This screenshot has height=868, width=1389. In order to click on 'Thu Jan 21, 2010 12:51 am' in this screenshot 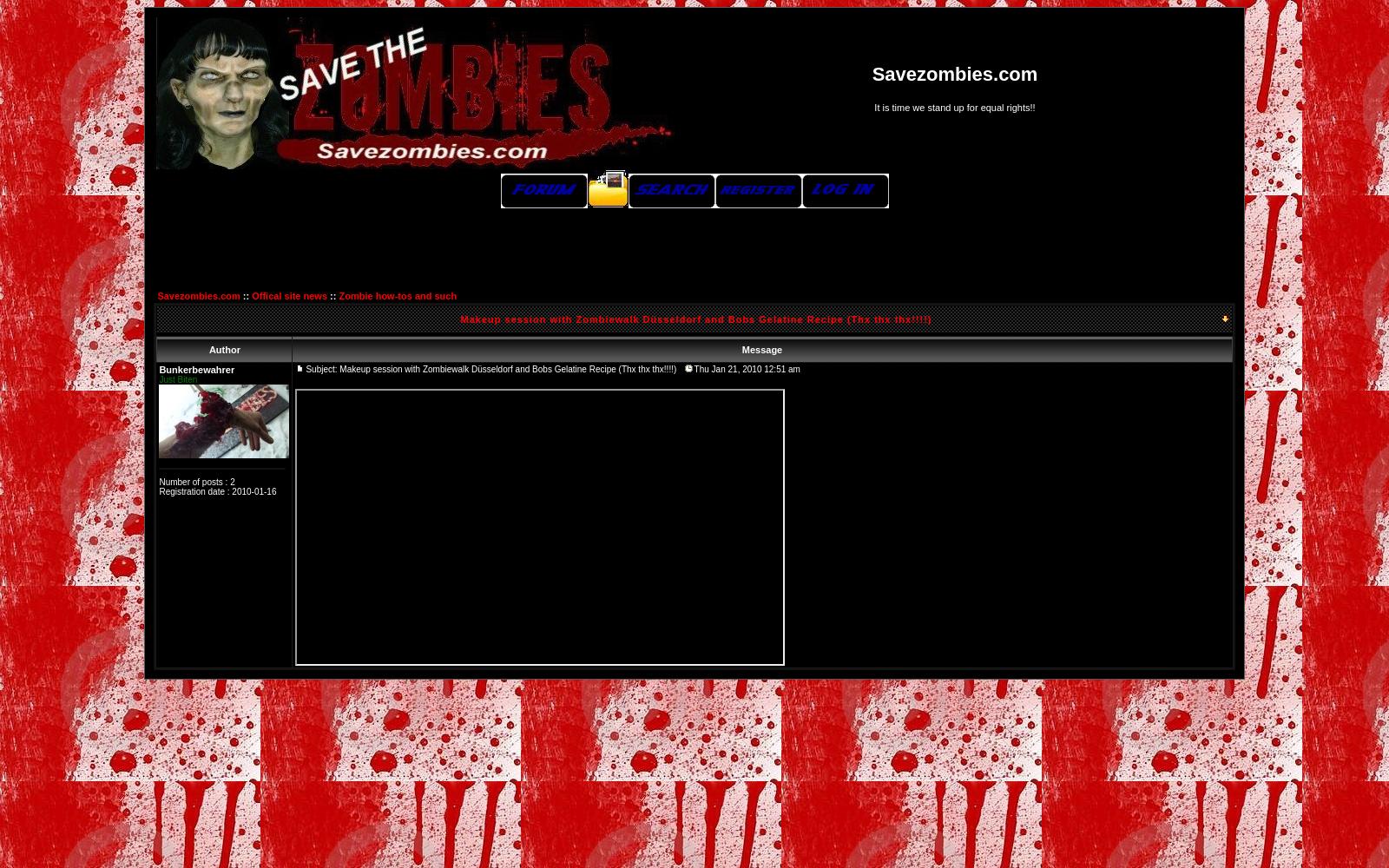, I will do `click(746, 369)`.